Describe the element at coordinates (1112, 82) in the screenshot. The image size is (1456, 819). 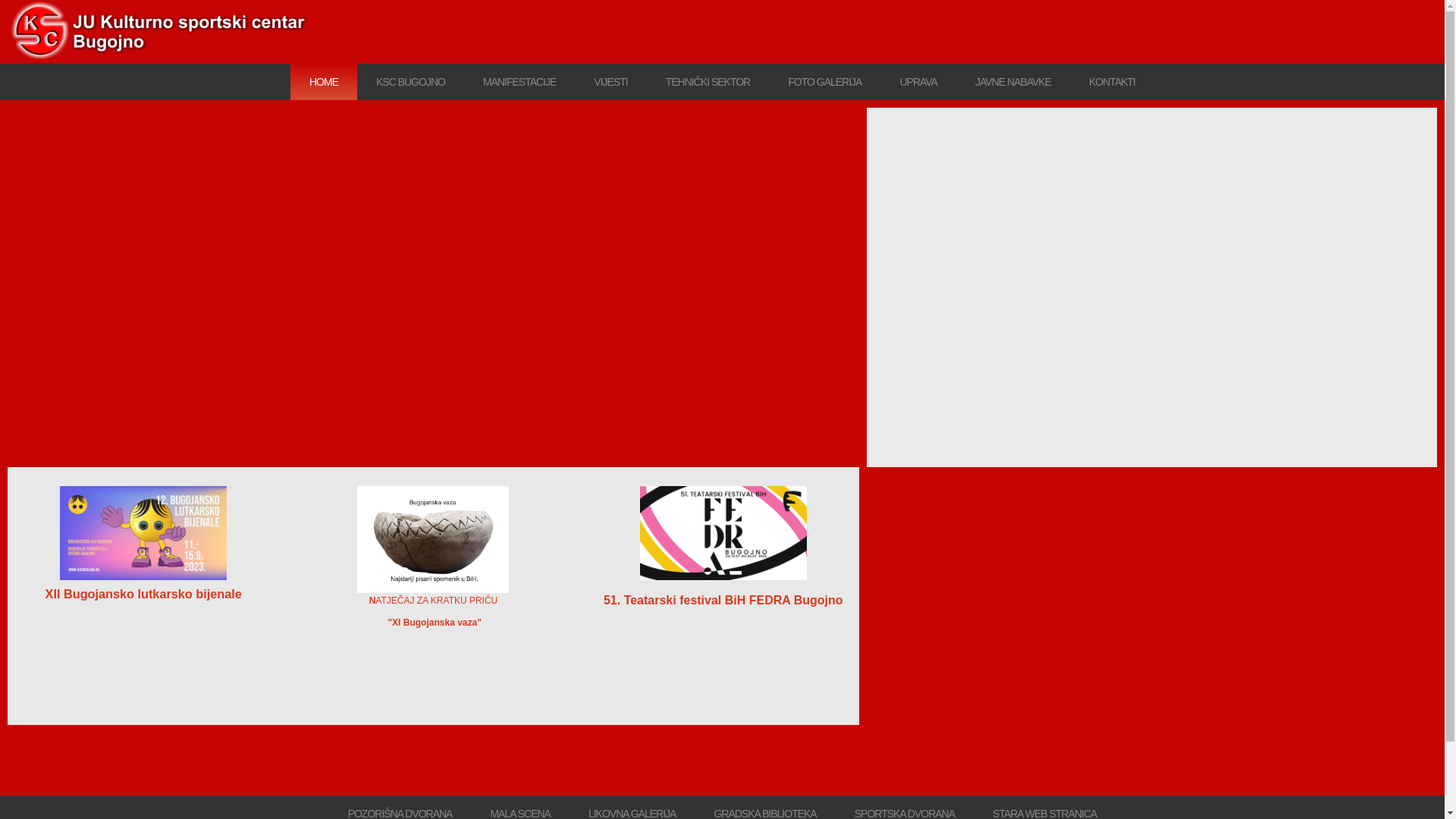
I see `'KONTAKTI'` at that location.